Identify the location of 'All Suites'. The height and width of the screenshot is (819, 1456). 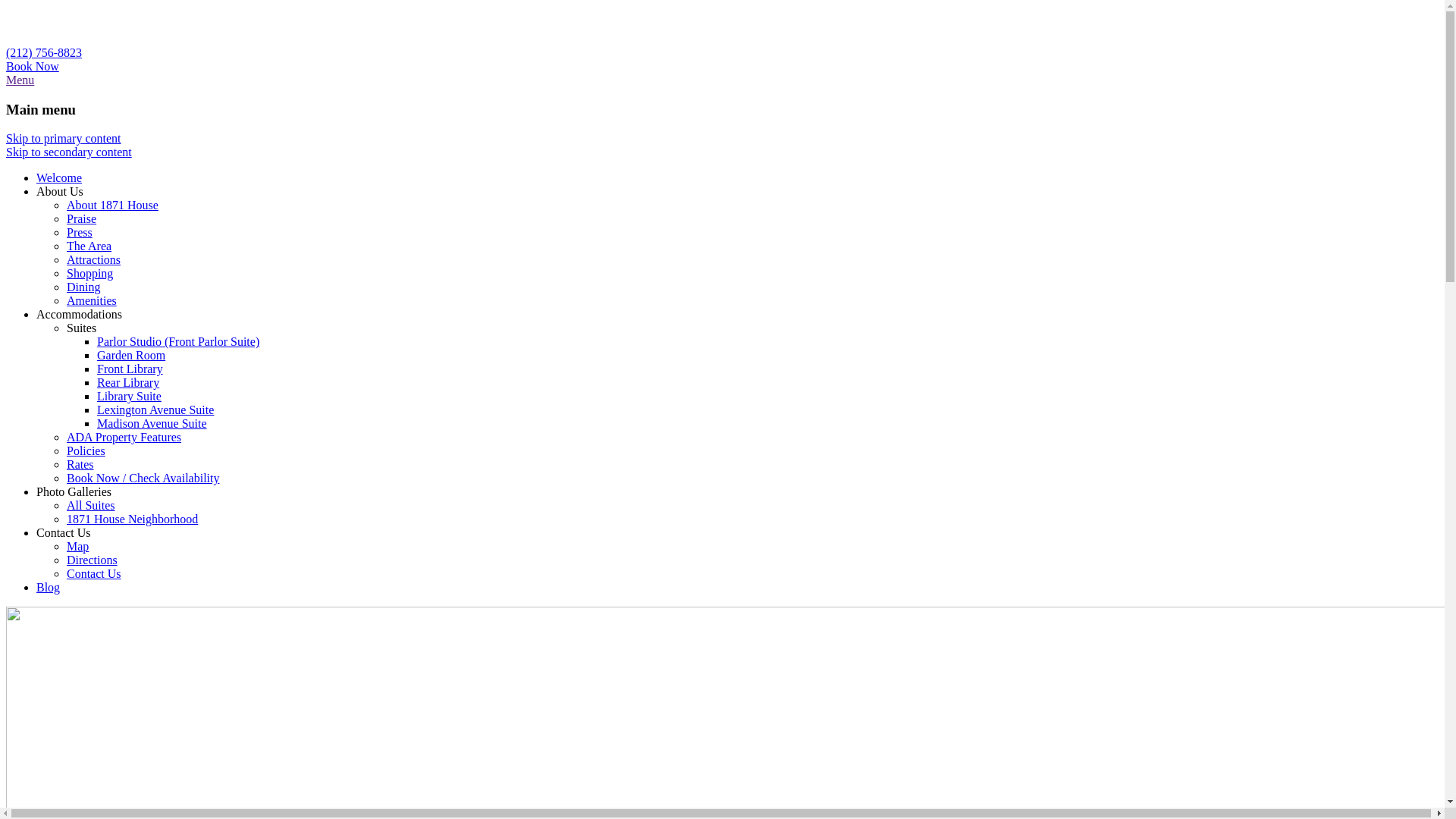
(90, 505).